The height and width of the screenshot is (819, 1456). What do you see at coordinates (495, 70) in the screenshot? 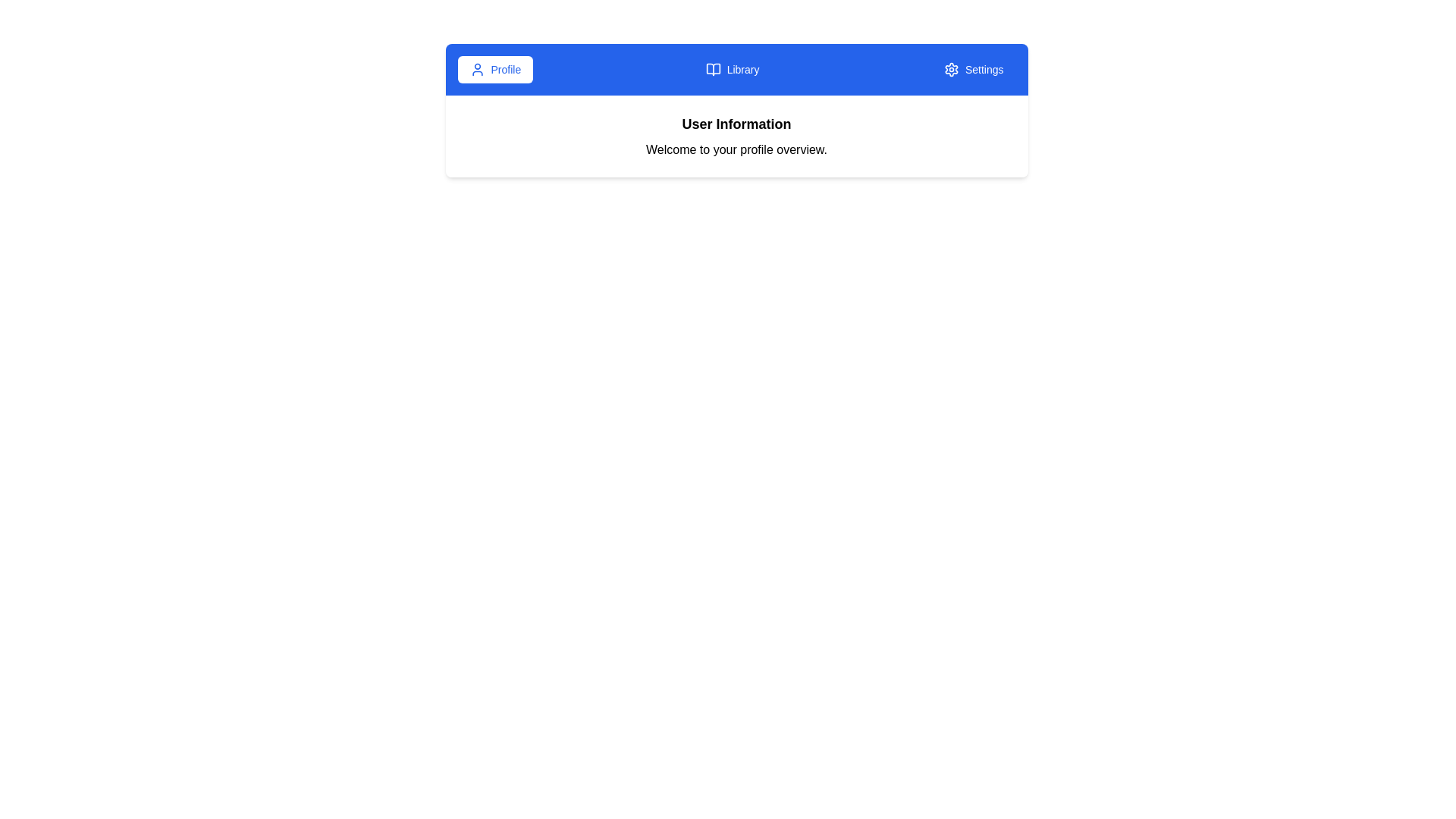
I see `the 'Profile' button, which has a white background, rounded borders, blue text, and a user silhouette icon` at bounding box center [495, 70].